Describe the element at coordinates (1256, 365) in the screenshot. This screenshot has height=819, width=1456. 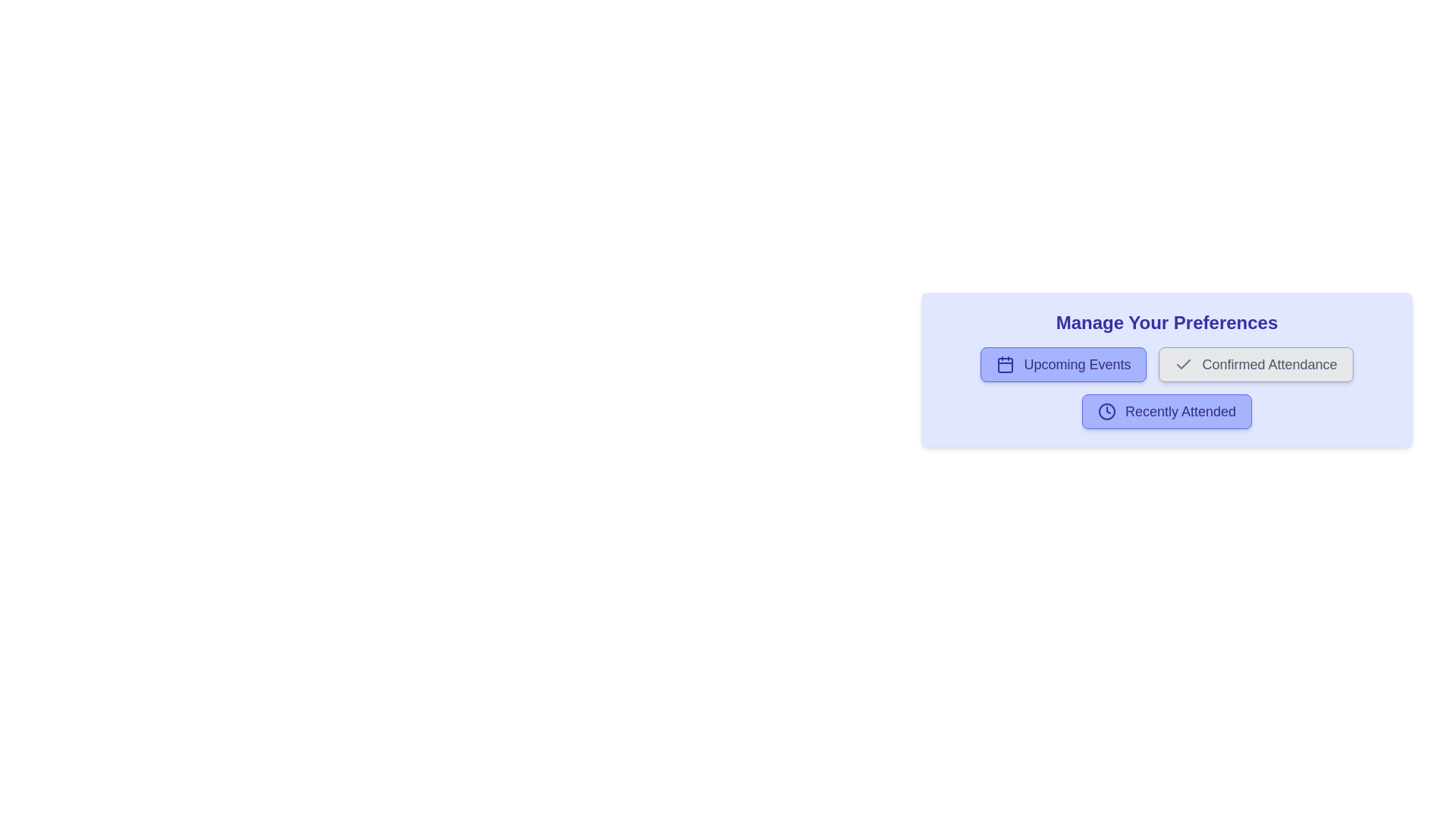
I see `the preference button for Confirmed Attendance` at that location.